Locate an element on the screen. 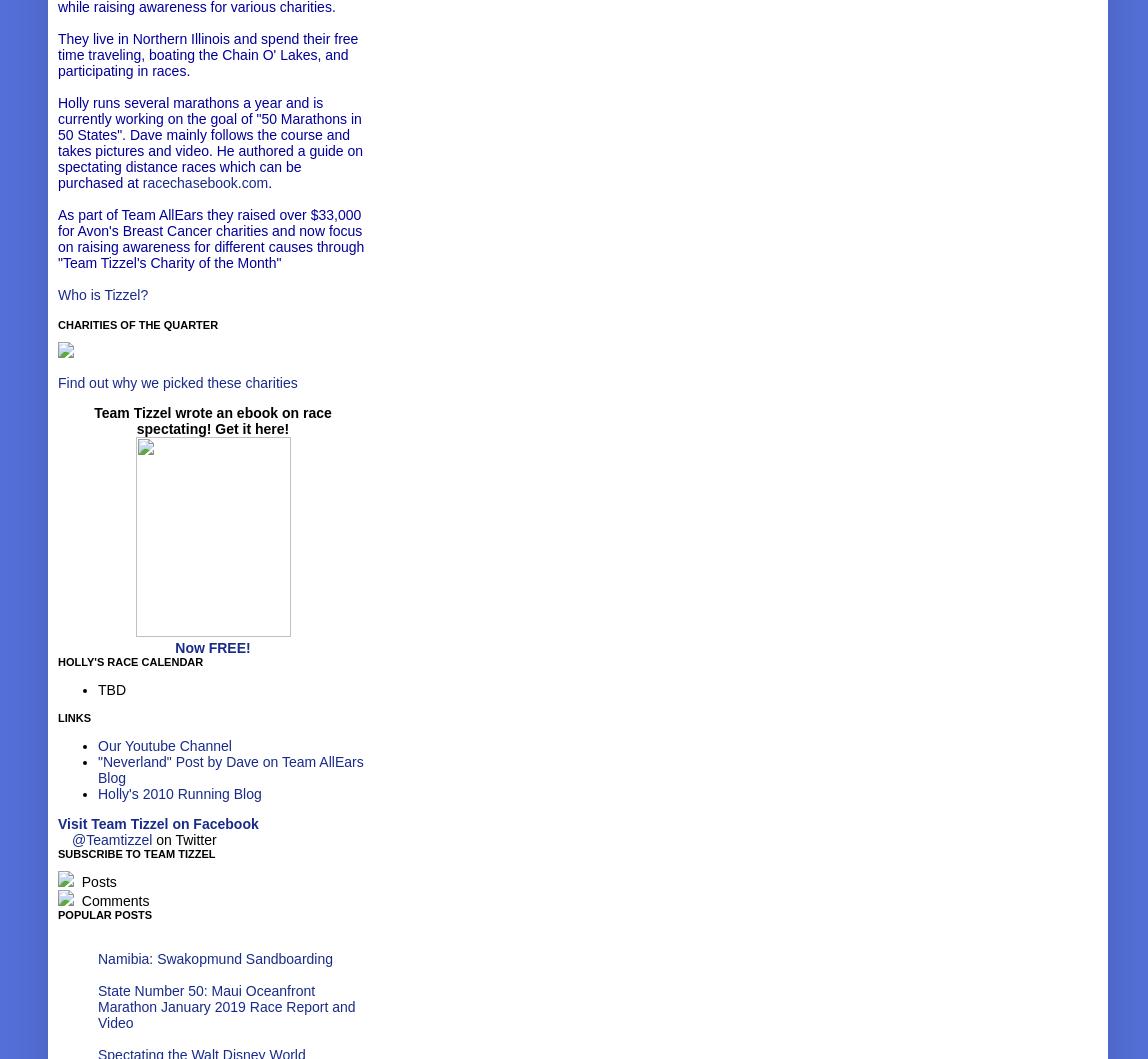 This screenshot has width=1148, height=1059. 'authored a guide on spectating distance races which can be purchased at' is located at coordinates (210, 165).